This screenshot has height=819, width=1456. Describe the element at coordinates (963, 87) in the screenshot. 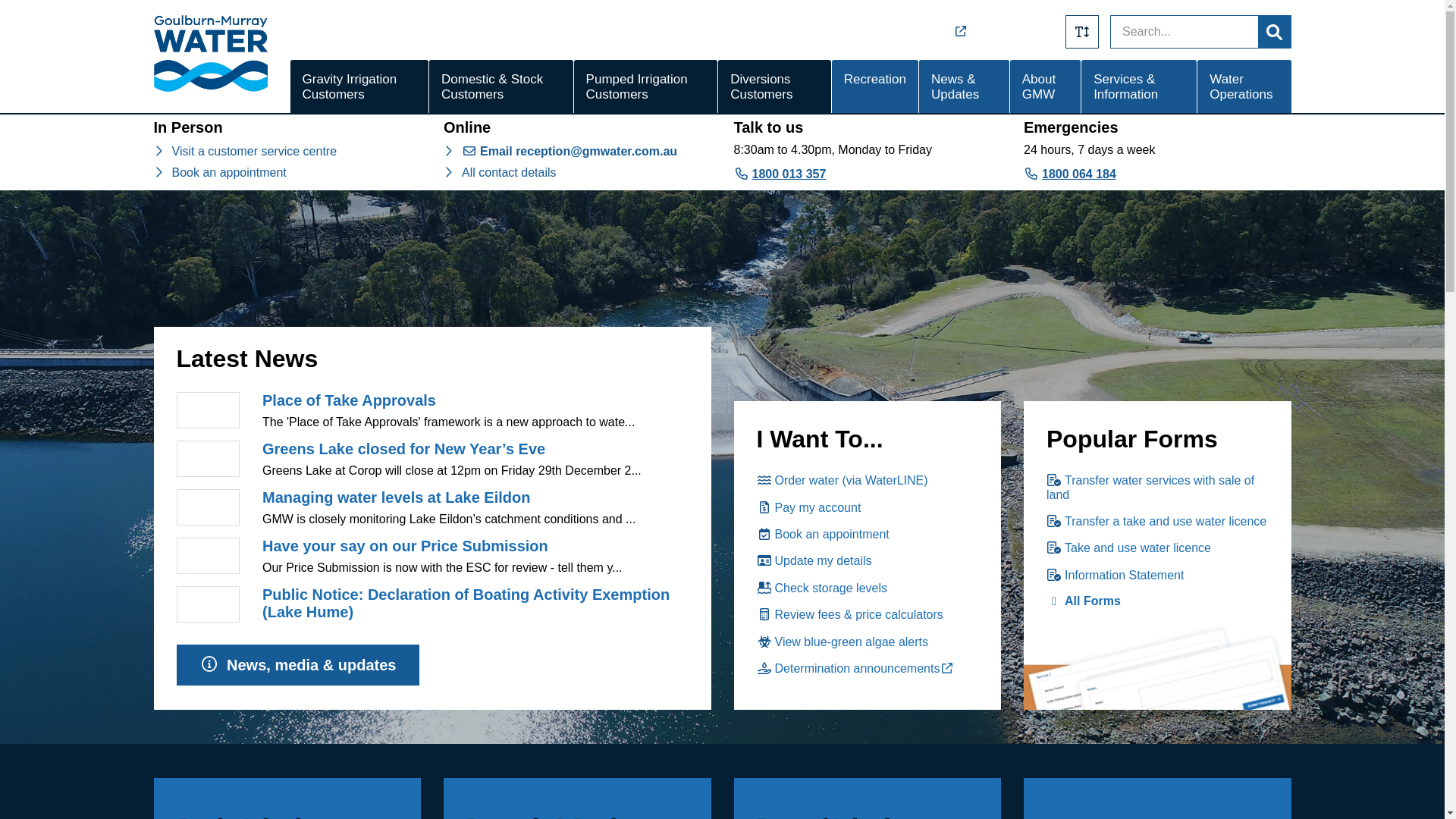

I see `'News & Updates'` at that location.